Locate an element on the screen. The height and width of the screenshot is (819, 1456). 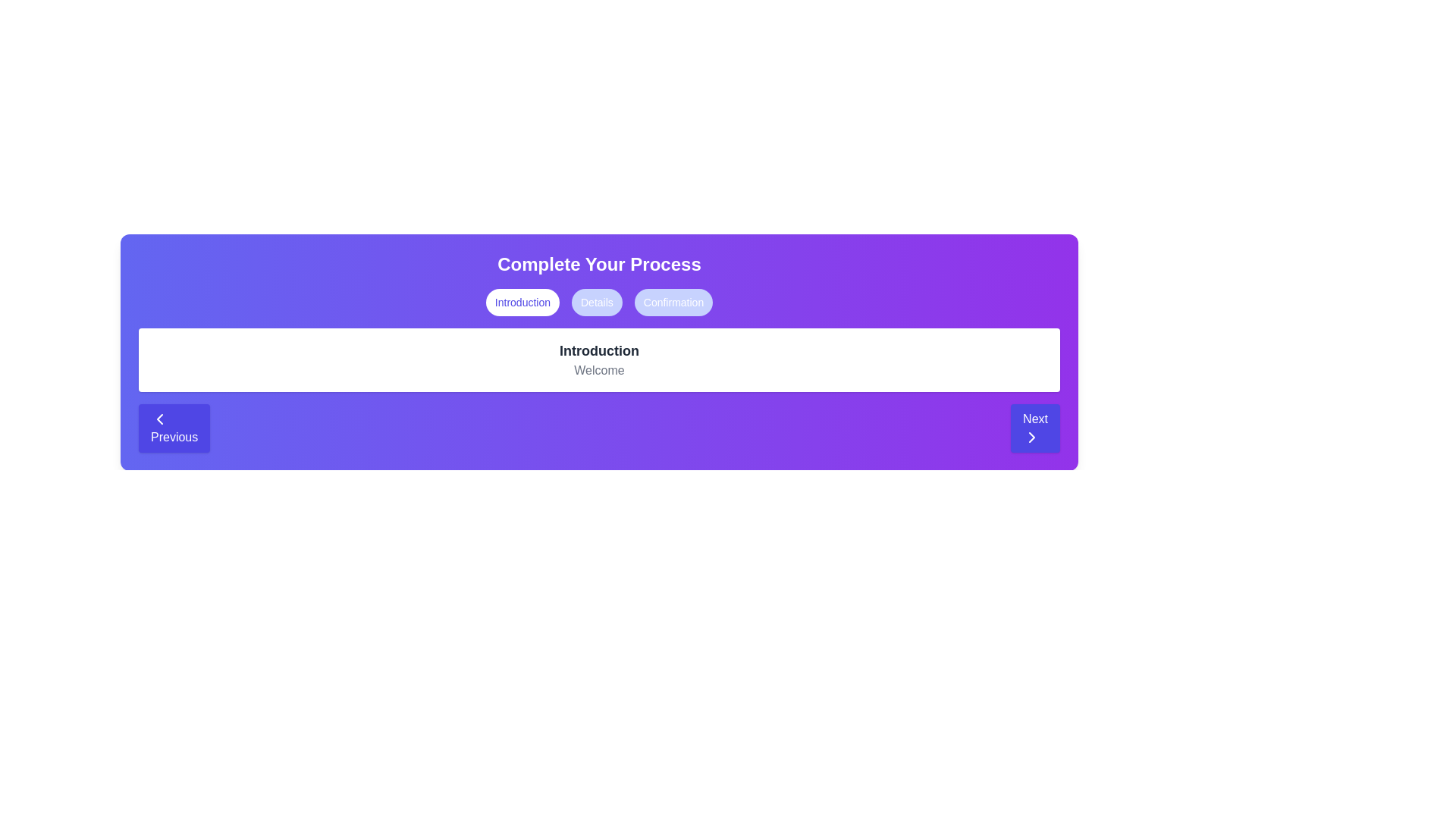
the prominently styled text label 'Introduction', which is bold and larger than surrounding elements is located at coordinates (598, 350).